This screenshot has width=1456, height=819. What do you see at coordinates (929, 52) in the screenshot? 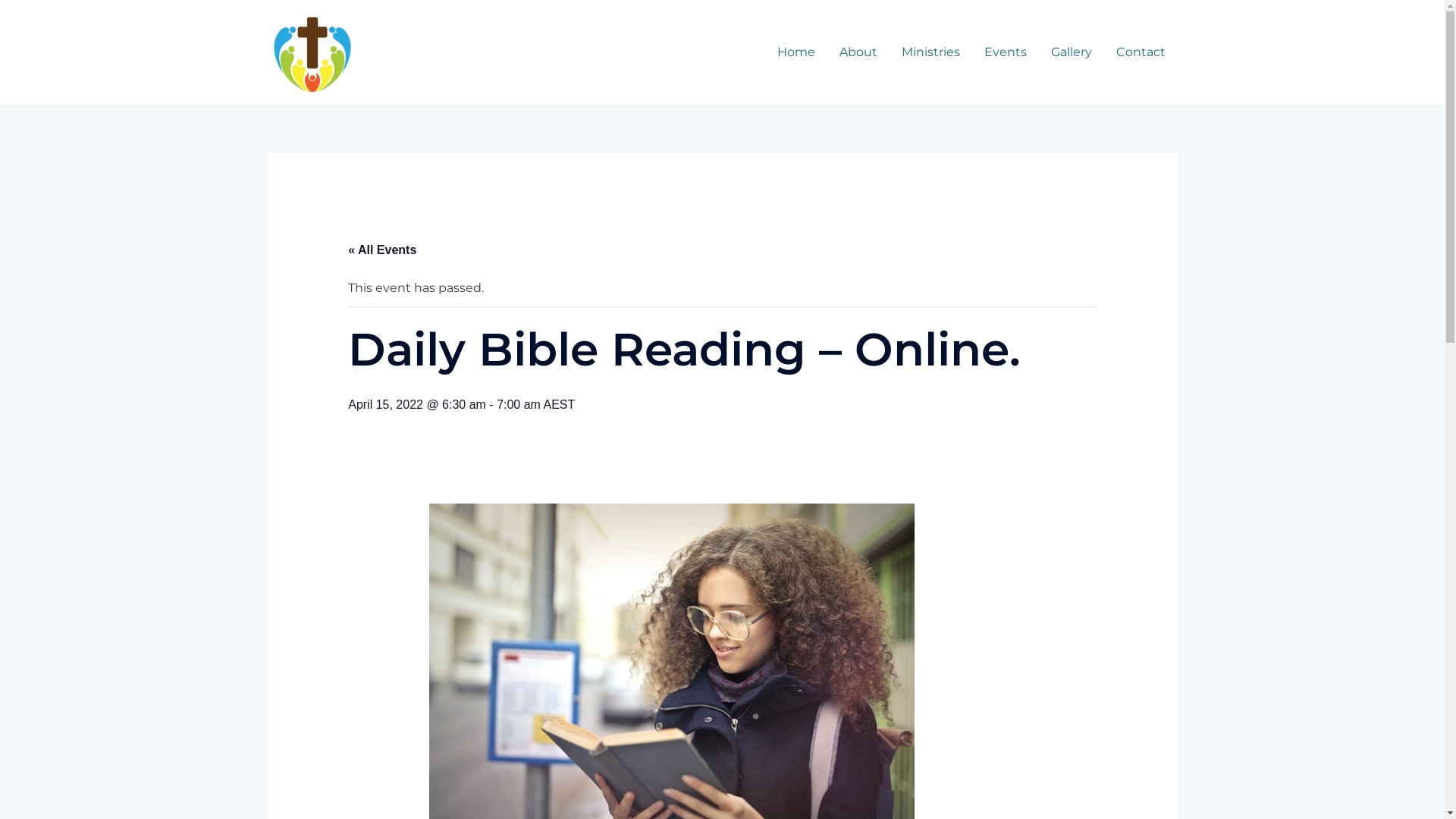
I see `'Ministries'` at bounding box center [929, 52].